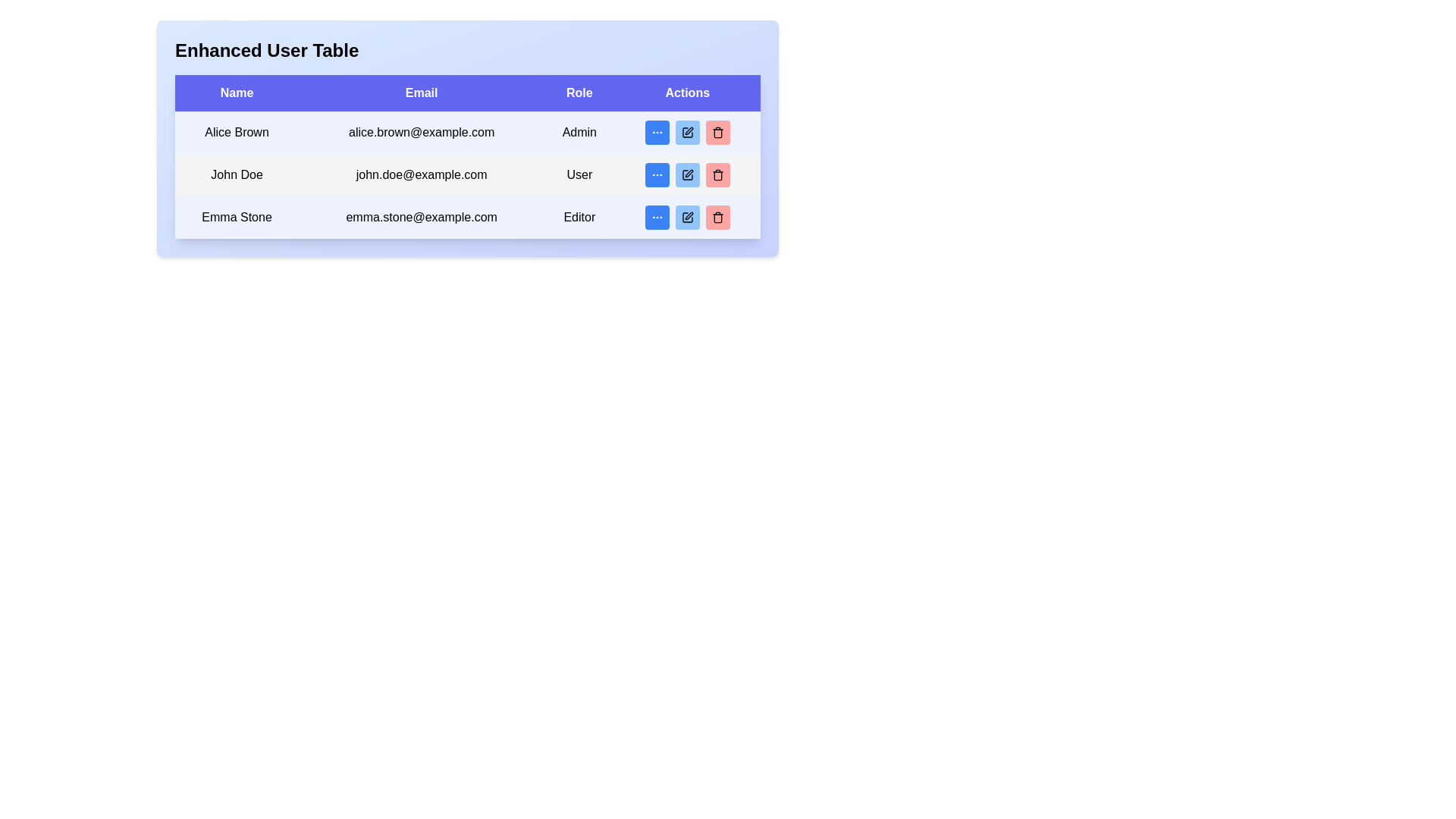 This screenshot has height=819, width=1456. What do you see at coordinates (657, 131) in the screenshot?
I see `the button in the 'Actions' column for 'Alice Brown'` at bounding box center [657, 131].